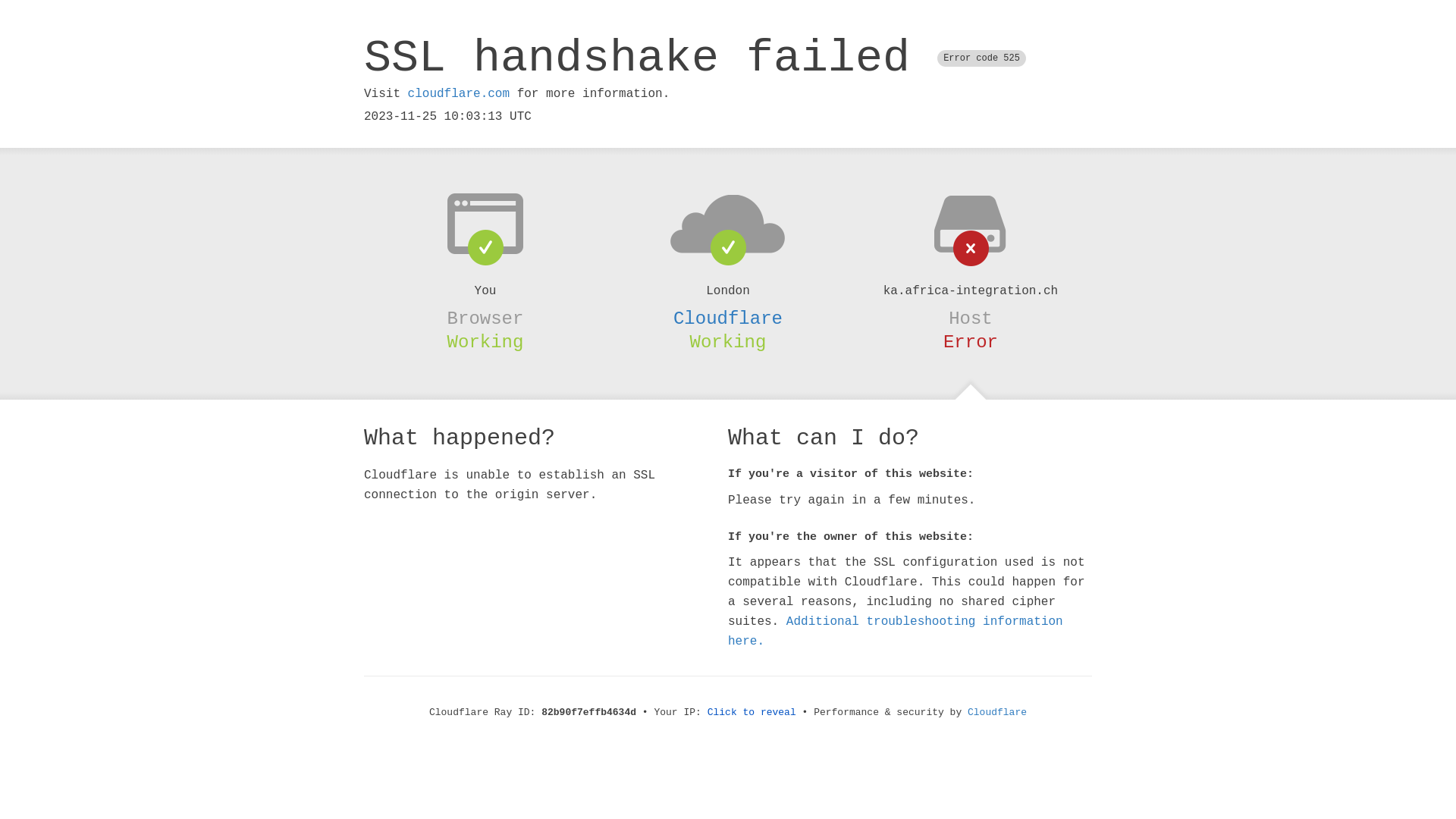  What do you see at coordinates (407, 93) in the screenshot?
I see `'cloudflare.com'` at bounding box center [407, 93].